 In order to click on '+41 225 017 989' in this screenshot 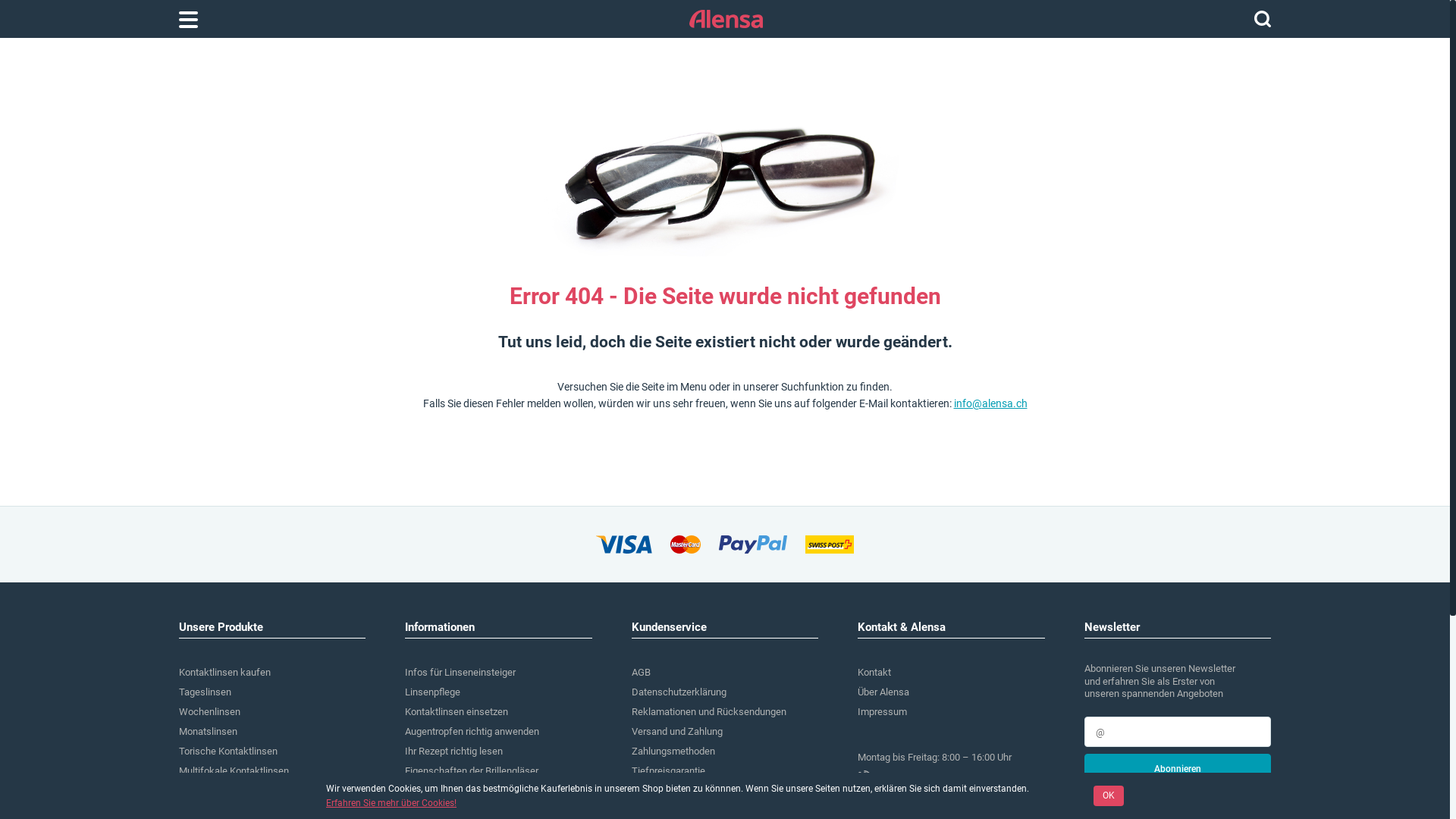, I will do `click(949, 777)`.